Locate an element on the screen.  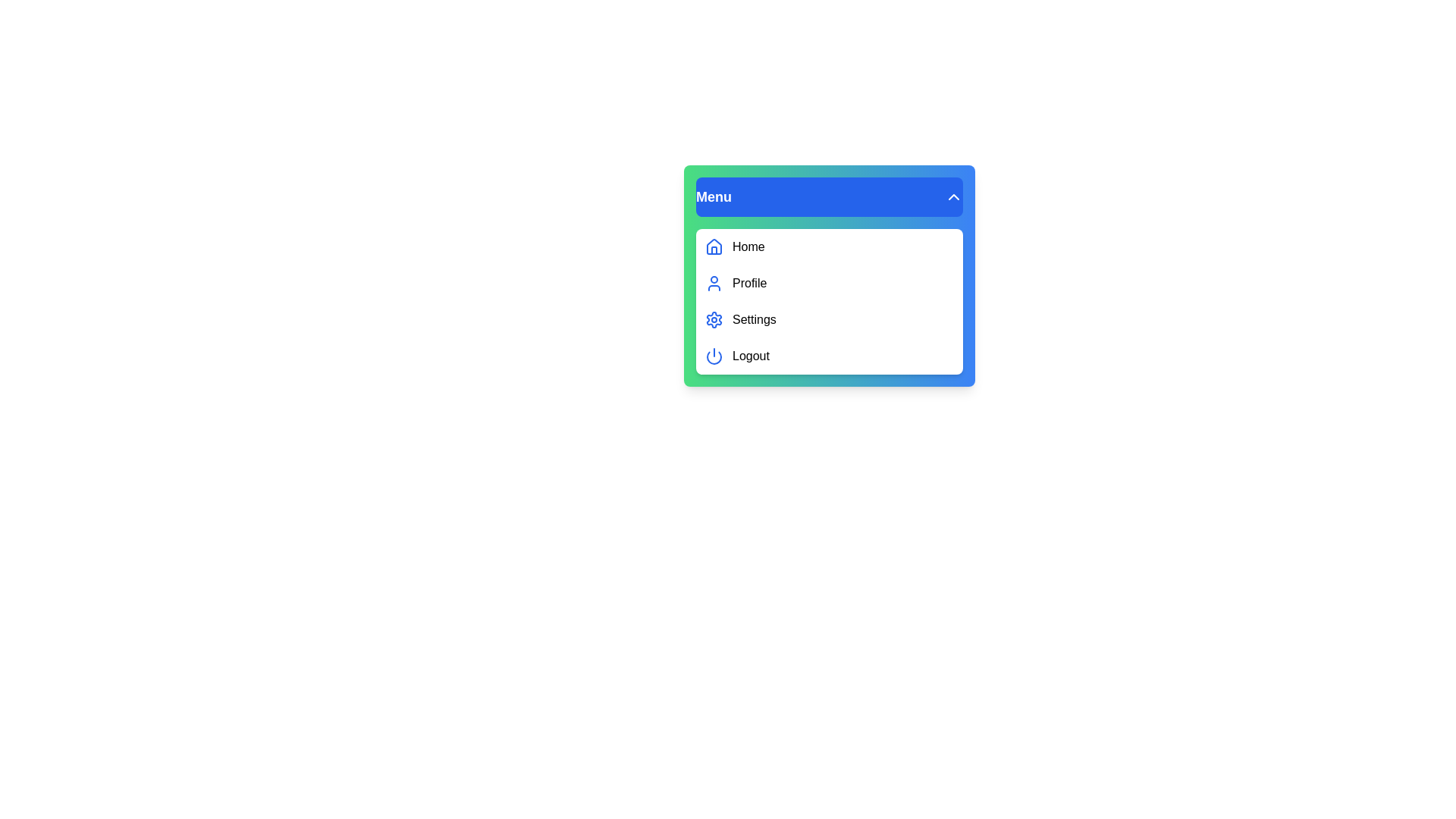
'Menu' button to toggle the menu's visibility is located at coordinates (829, 196).